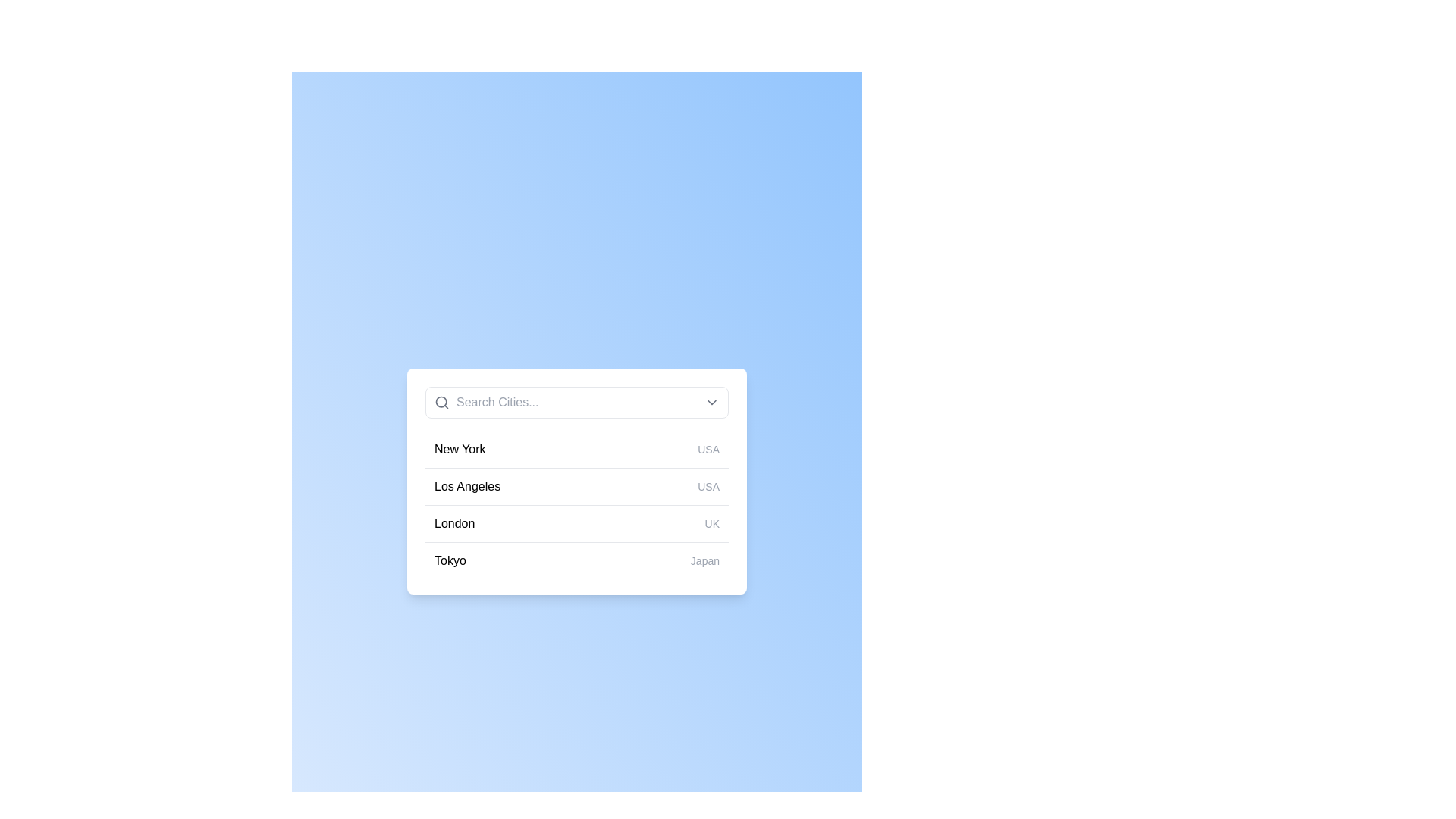 This screenshot has width=1456, height=819. What do you see at coordinates (576, 482) in the screenshot?
I see `the List Item representing 'Los Angeles'` at bounding box center [576, 482].